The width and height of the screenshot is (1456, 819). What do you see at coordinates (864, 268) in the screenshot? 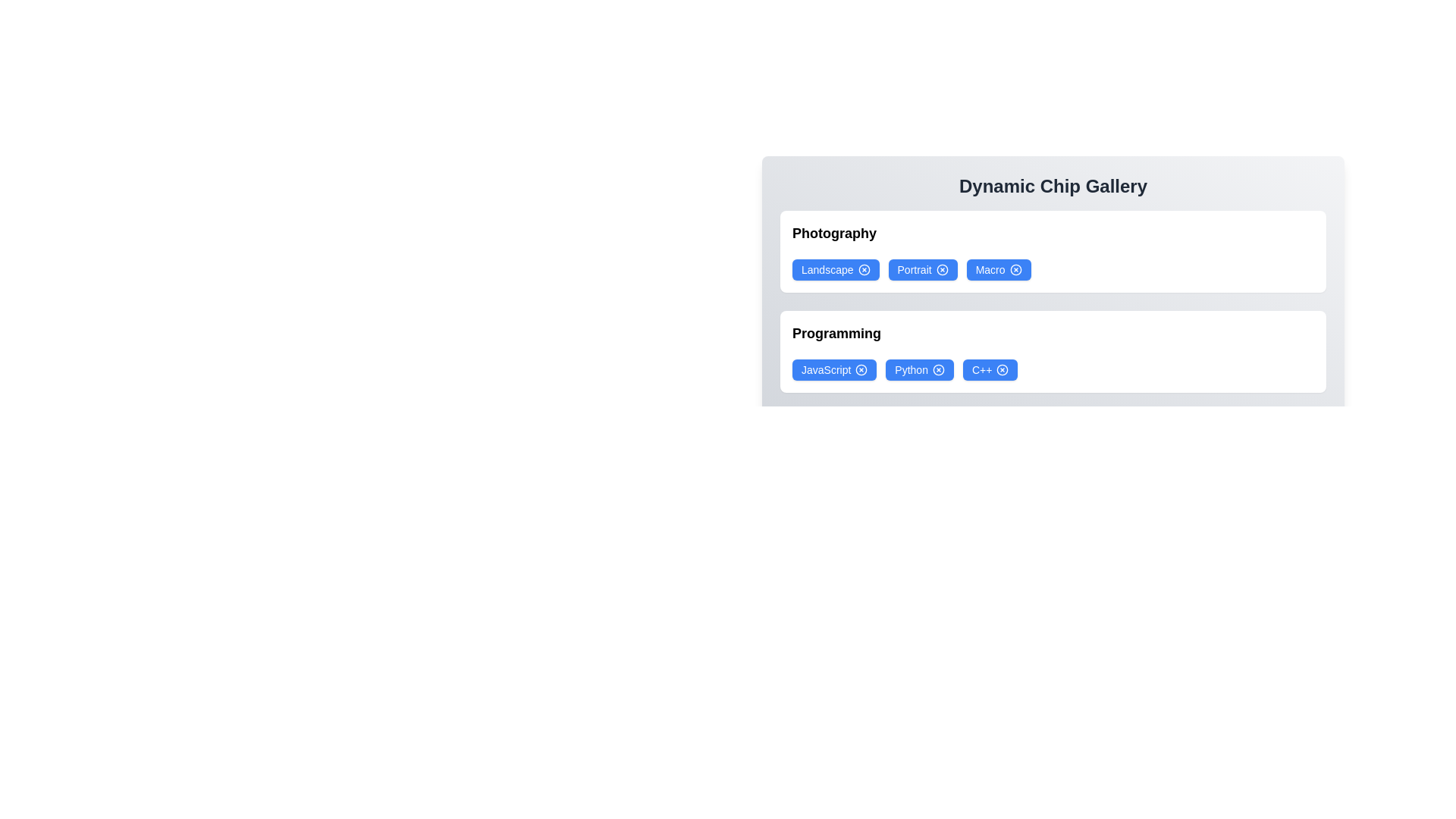
I see `'X' icon on the chip labeled Landscape to remove it` at bounding box center [864, 268].